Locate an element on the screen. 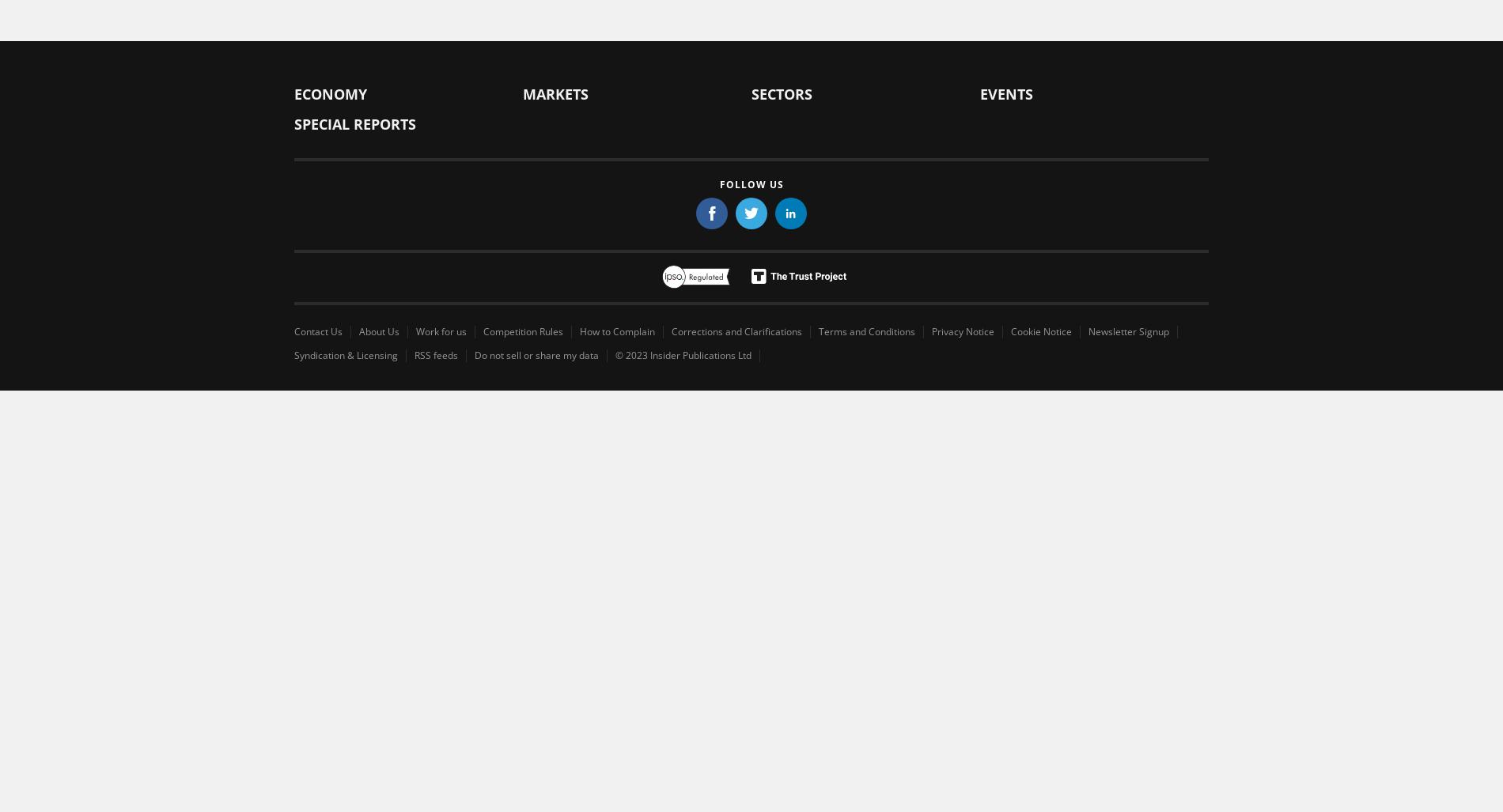  'Privacy Notice' is located at coordinates (962, 330).